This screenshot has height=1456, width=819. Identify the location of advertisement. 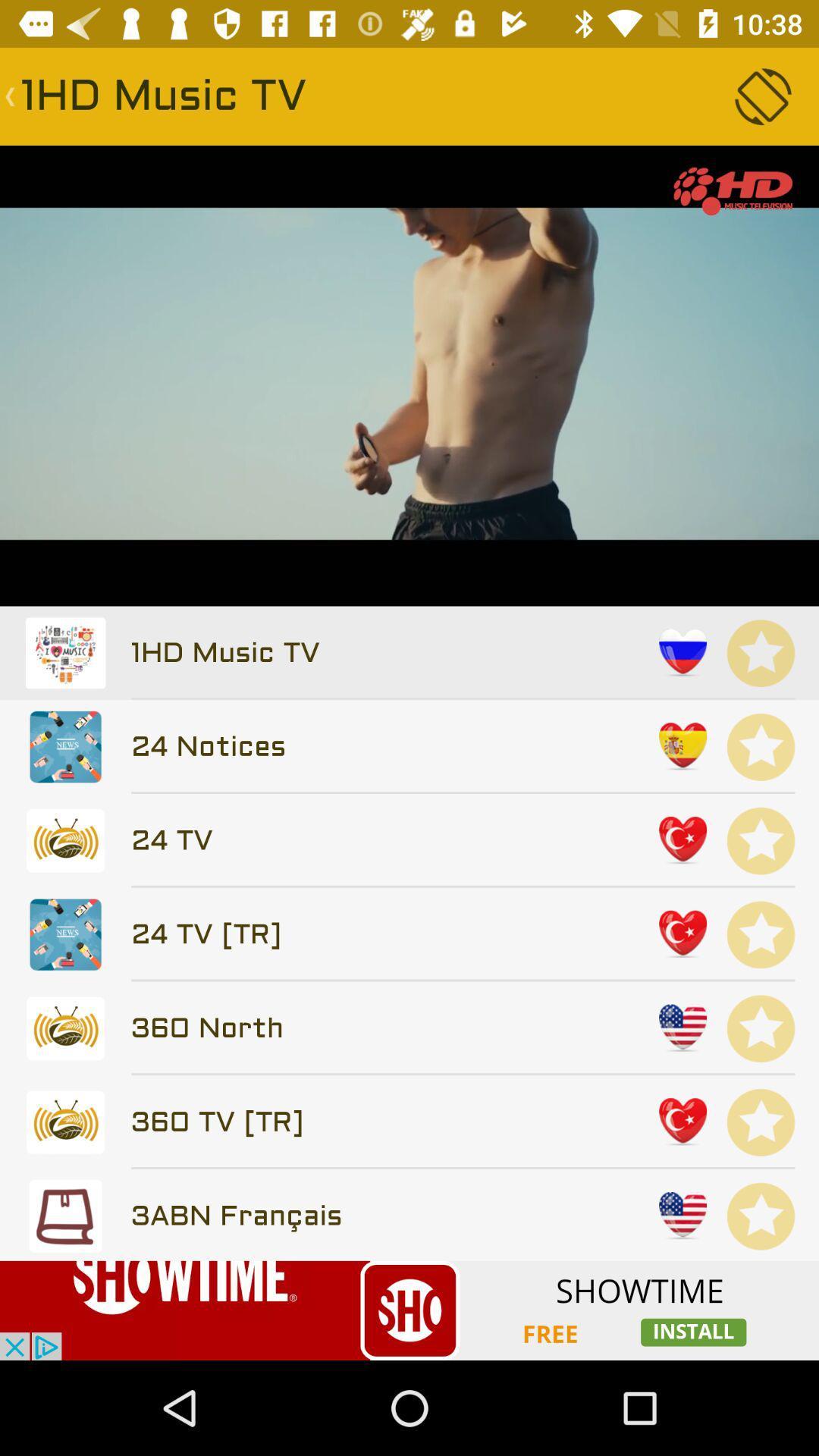
(409, 1310).